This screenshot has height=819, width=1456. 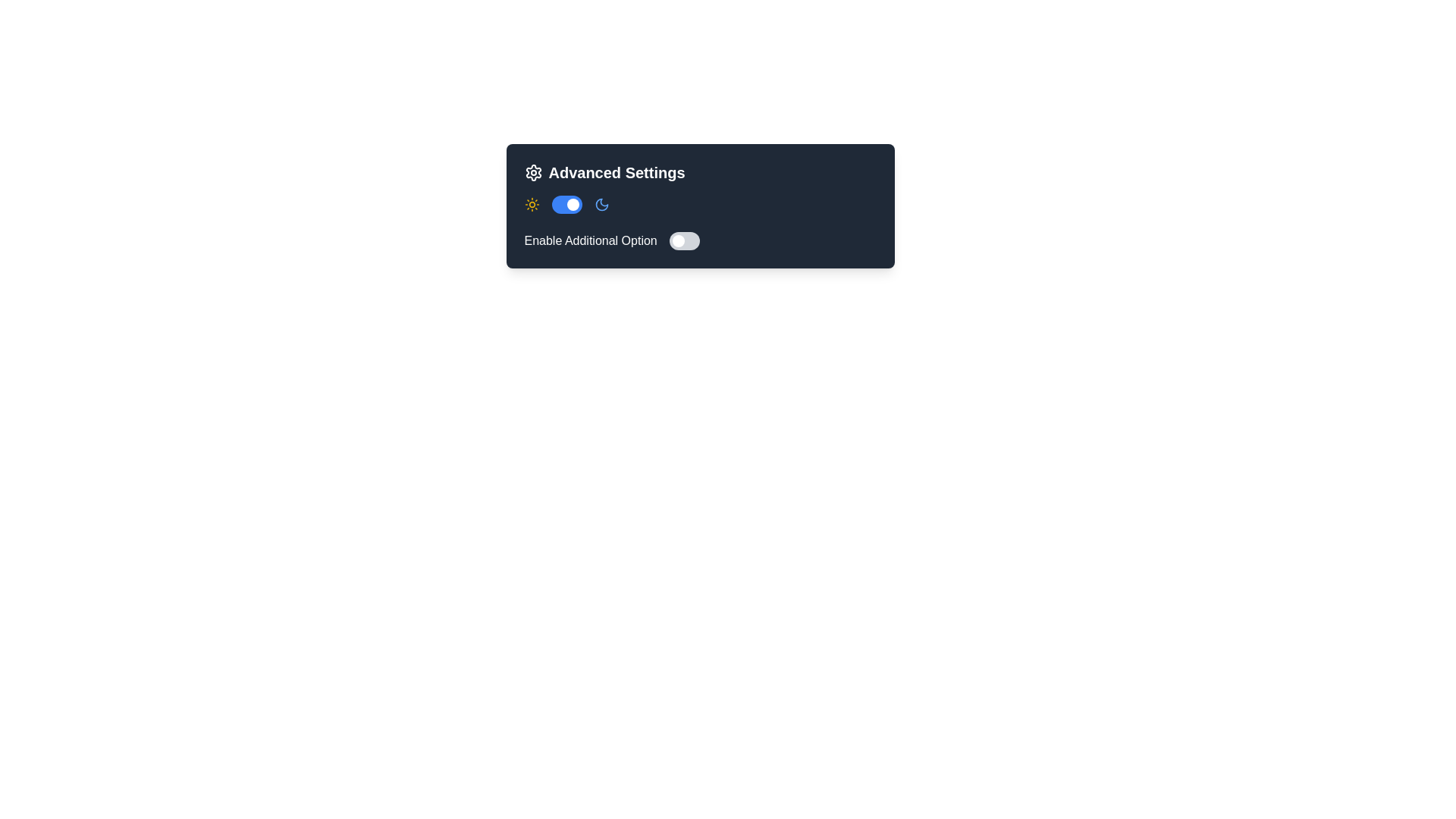 What do you see at coordinates (699, 205) in the screenshot?
I see `the icons for theme selection in the toggle switch located in the 'Advanced Settings' panel` at bounding box center [699, 205].